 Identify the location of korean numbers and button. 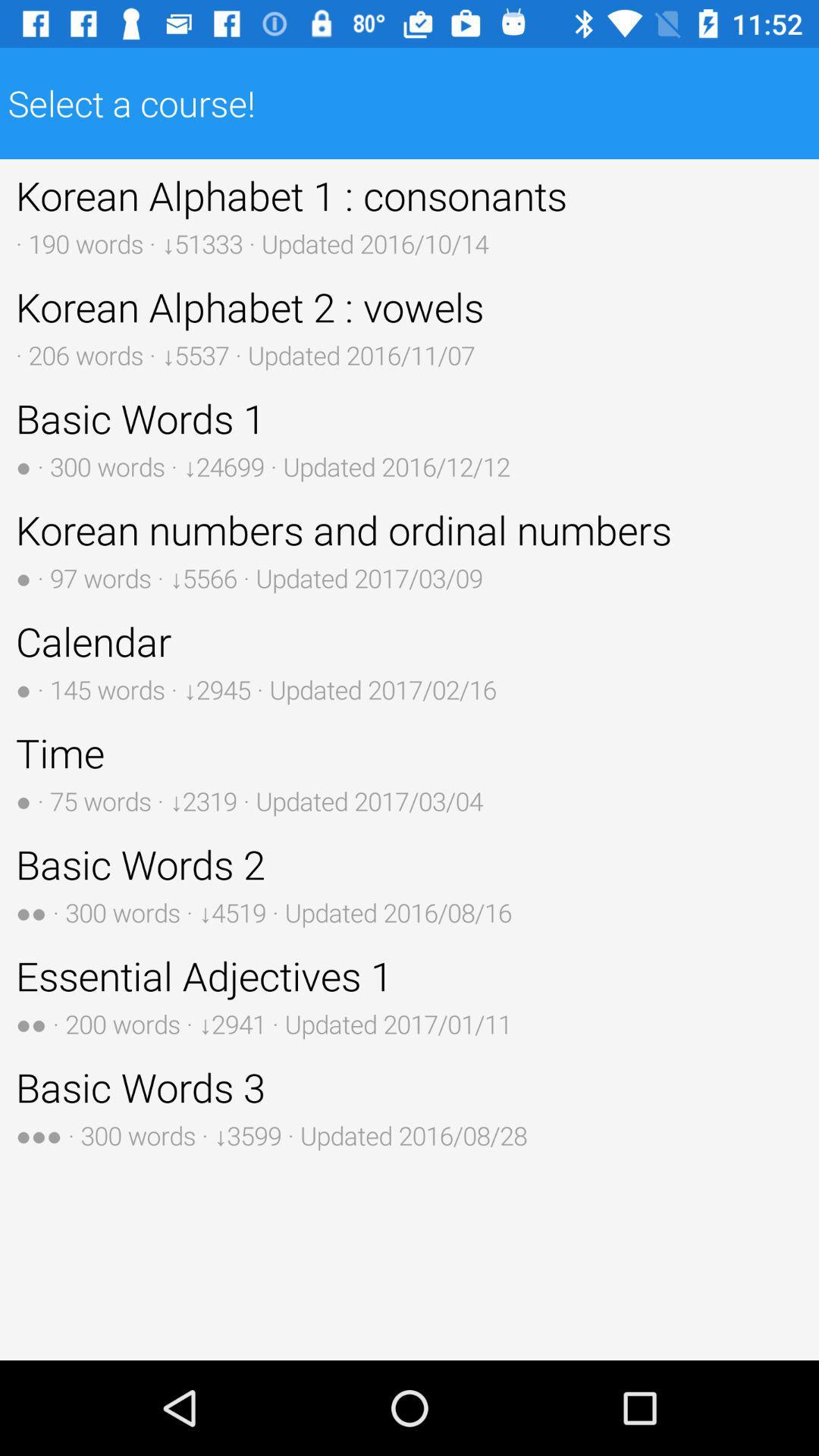
(409, 548).